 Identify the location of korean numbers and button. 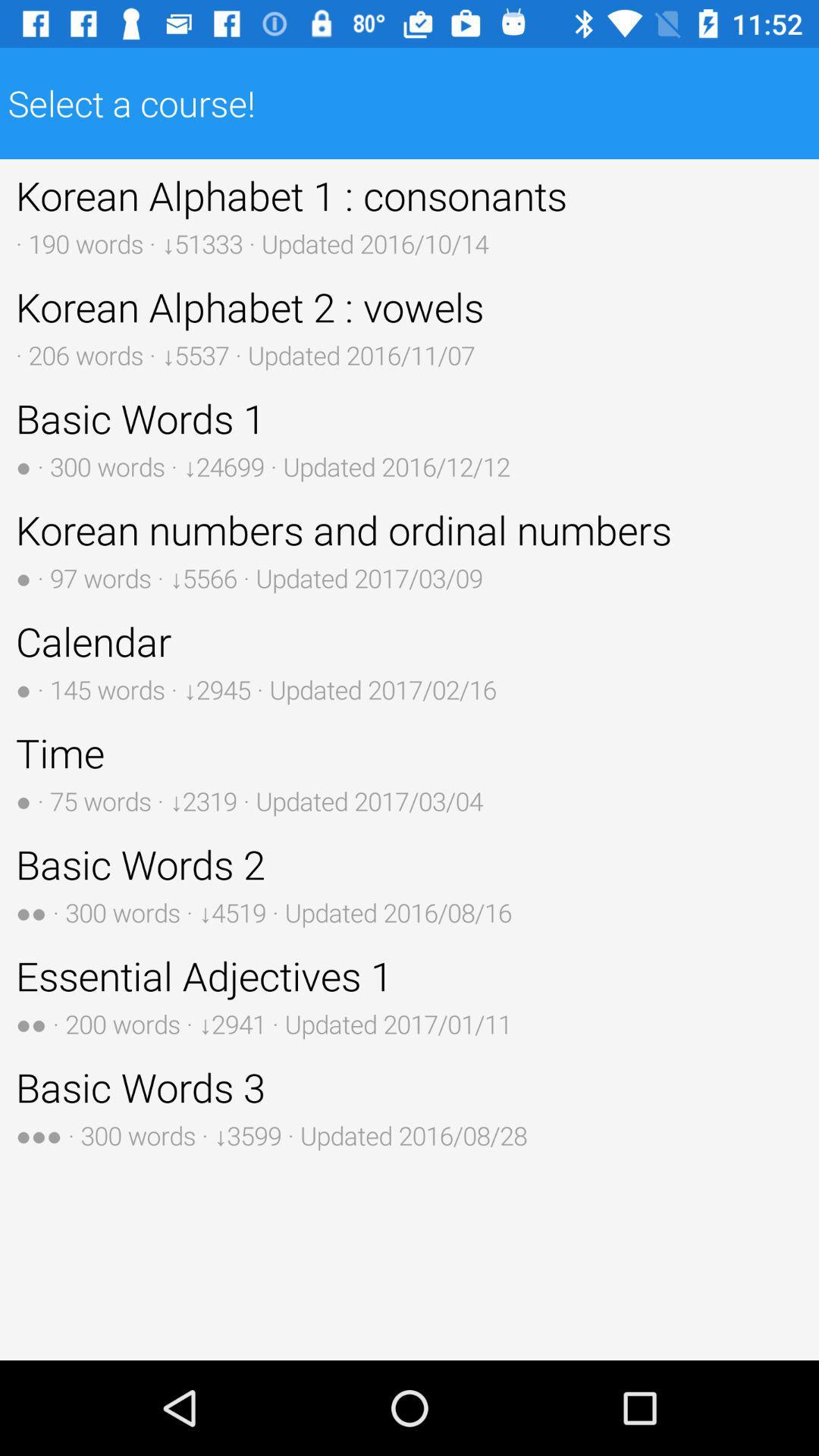
(409, 548).